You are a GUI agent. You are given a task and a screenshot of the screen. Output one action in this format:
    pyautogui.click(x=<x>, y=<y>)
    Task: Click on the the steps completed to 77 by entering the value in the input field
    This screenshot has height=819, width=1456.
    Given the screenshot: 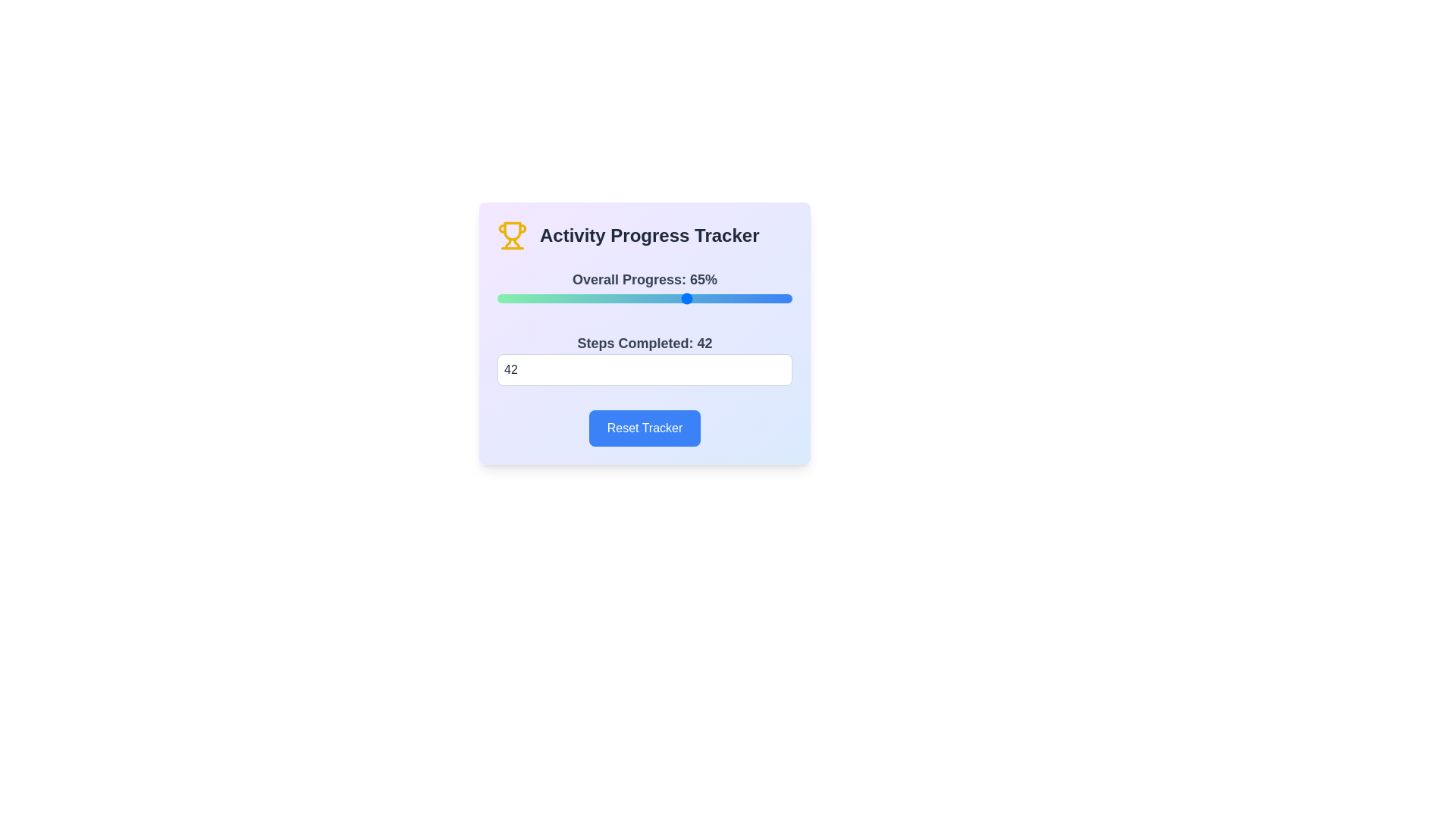 What is the action you would take?
    pyautogui.click(x=645, y=370)
    